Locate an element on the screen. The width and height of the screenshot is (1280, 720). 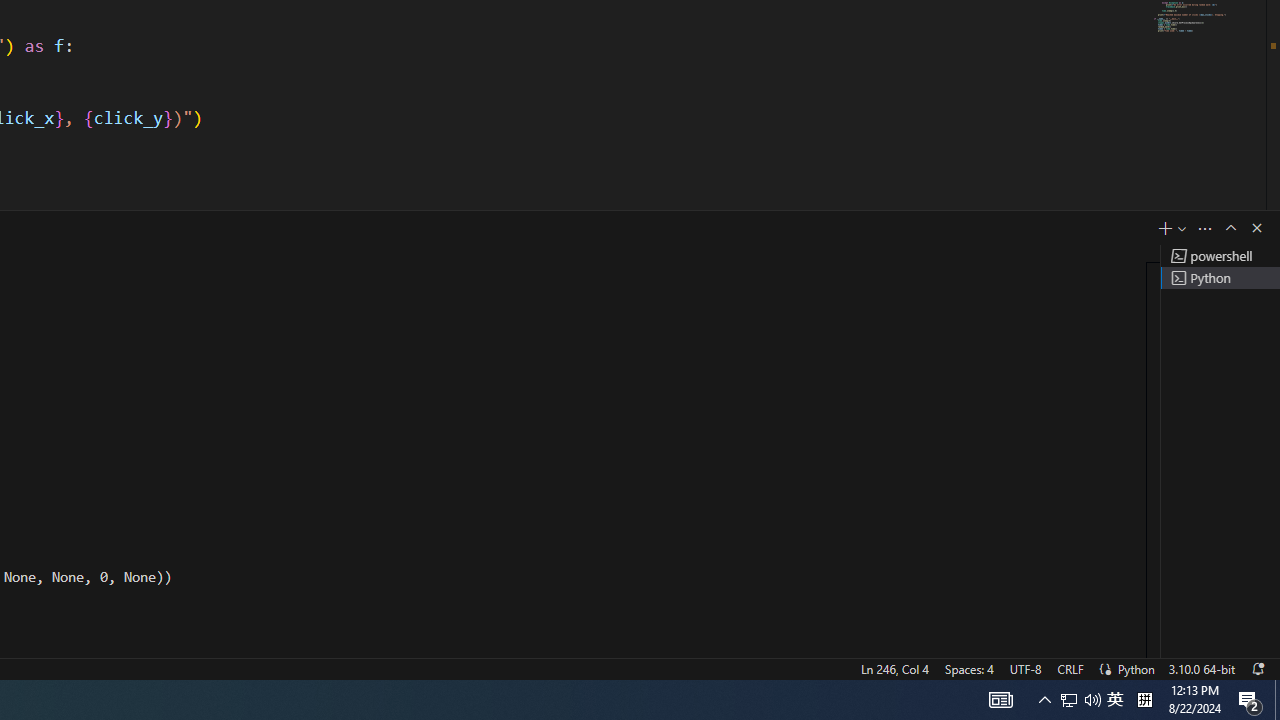
'Maximize Panel Size' is located at coordinates (1229, 226).